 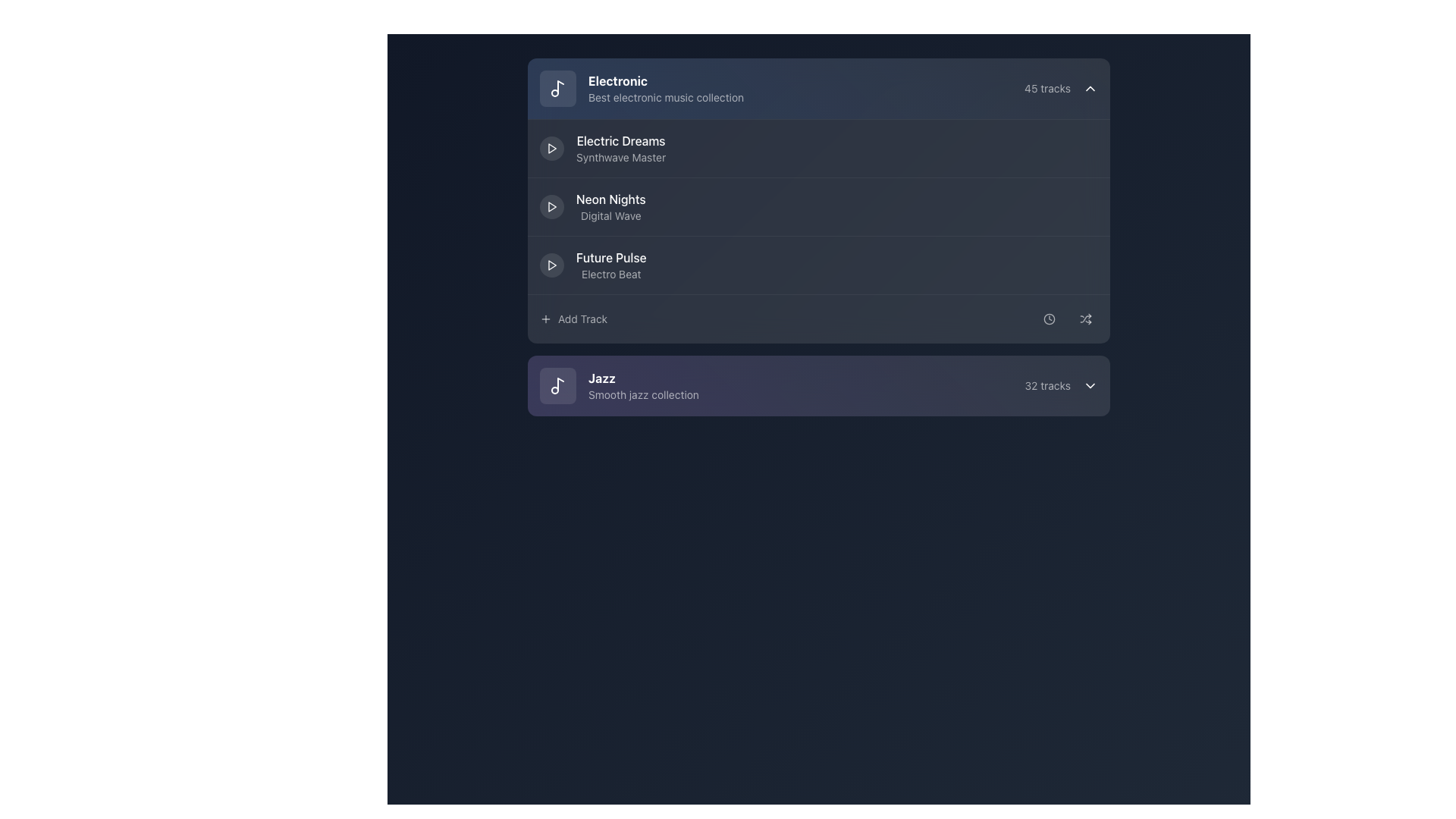 I want to click on the static text element displaying 'Neon Nights', which is styled in white on a dark blue or black background, located under the heading 'Electronic' between 'Electric Dreams' and 'Future Pulse', so click(x=610, y=198).